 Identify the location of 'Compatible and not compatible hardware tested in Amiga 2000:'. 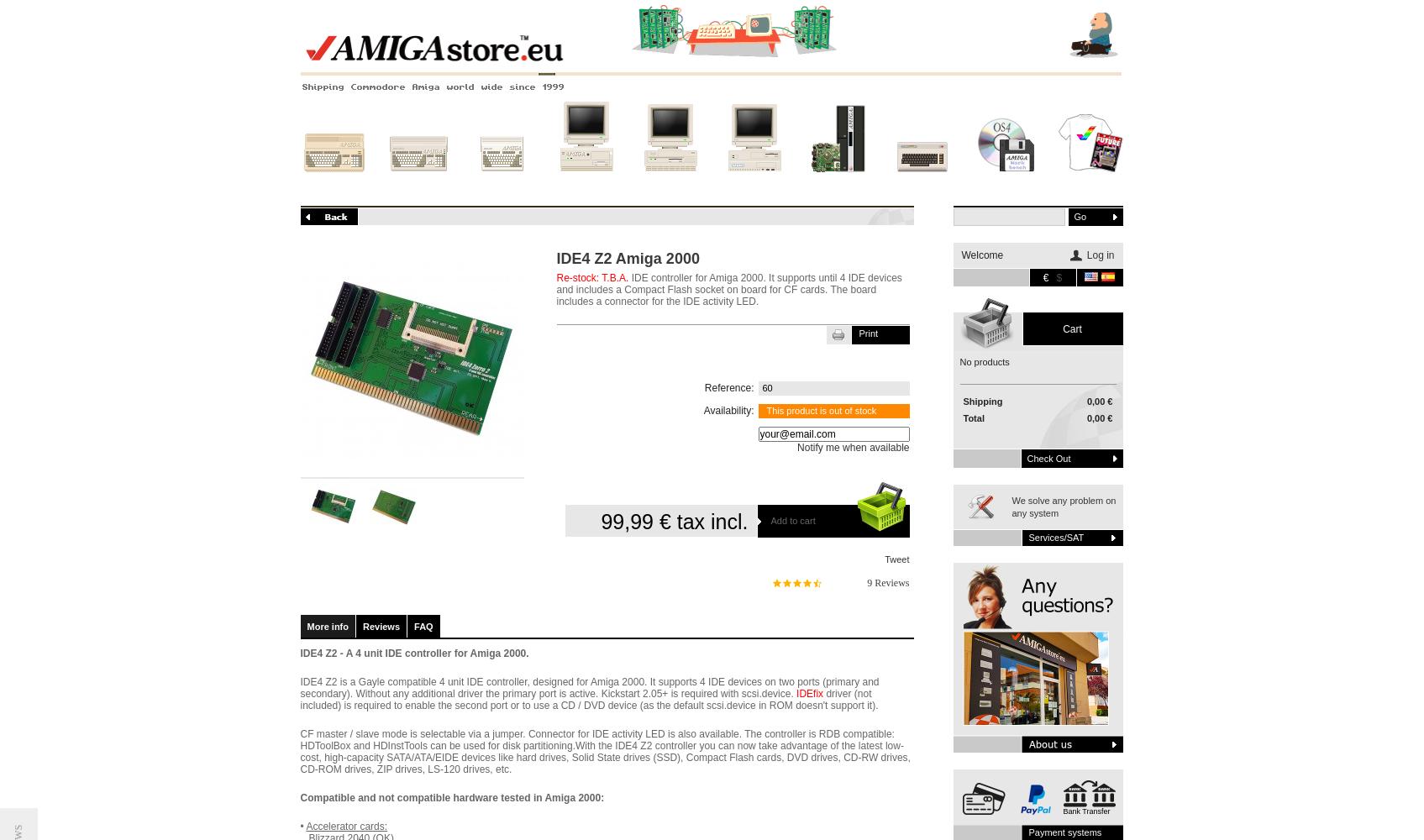
(451, 797).